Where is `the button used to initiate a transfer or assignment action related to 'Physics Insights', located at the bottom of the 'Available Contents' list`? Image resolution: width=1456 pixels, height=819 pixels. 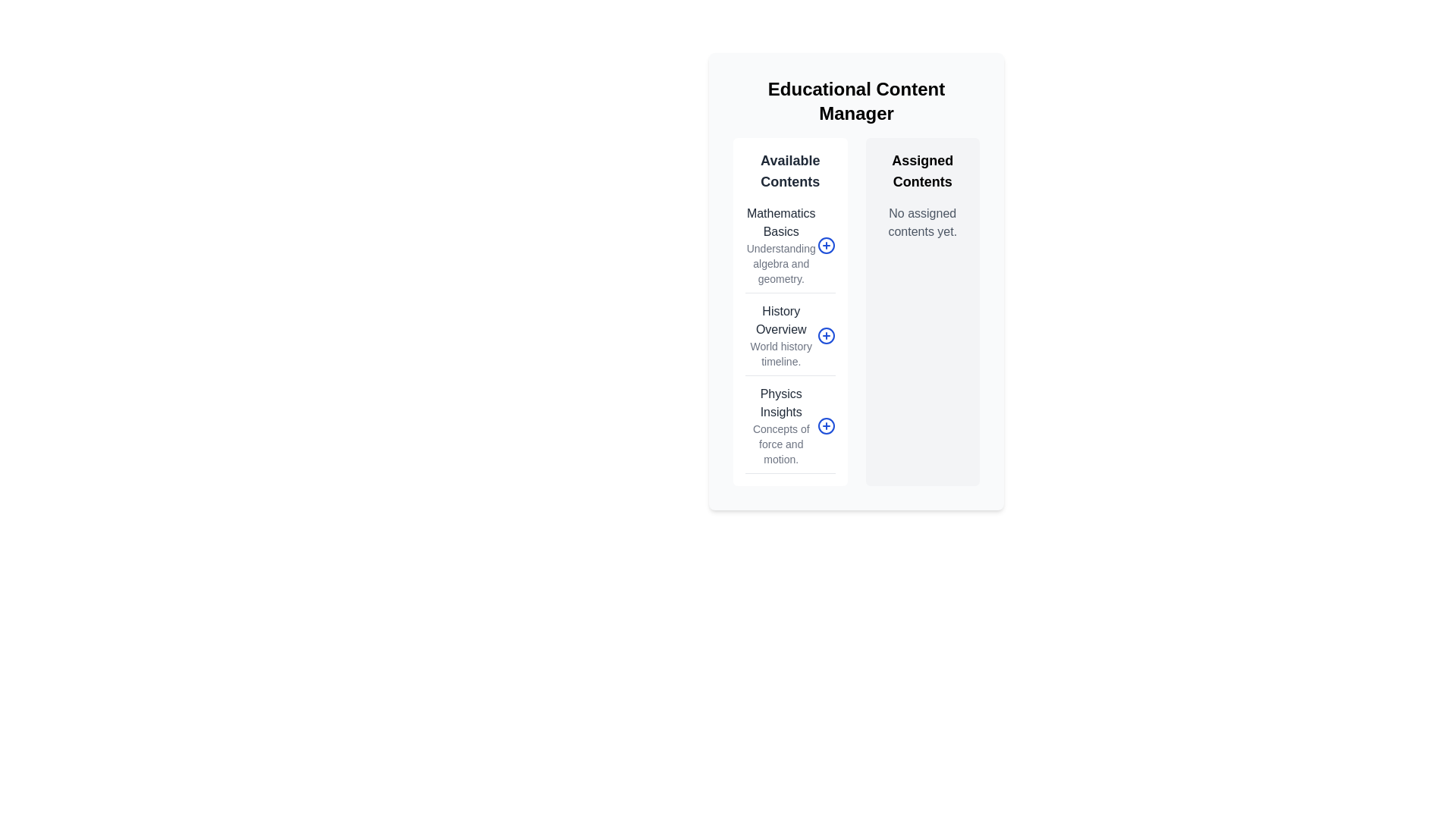 the button used to initiate a transfer or assignment action related to 'Physics Insights', located at the bottom of the 'Available Contents' list is located at coordinates (825, 426).